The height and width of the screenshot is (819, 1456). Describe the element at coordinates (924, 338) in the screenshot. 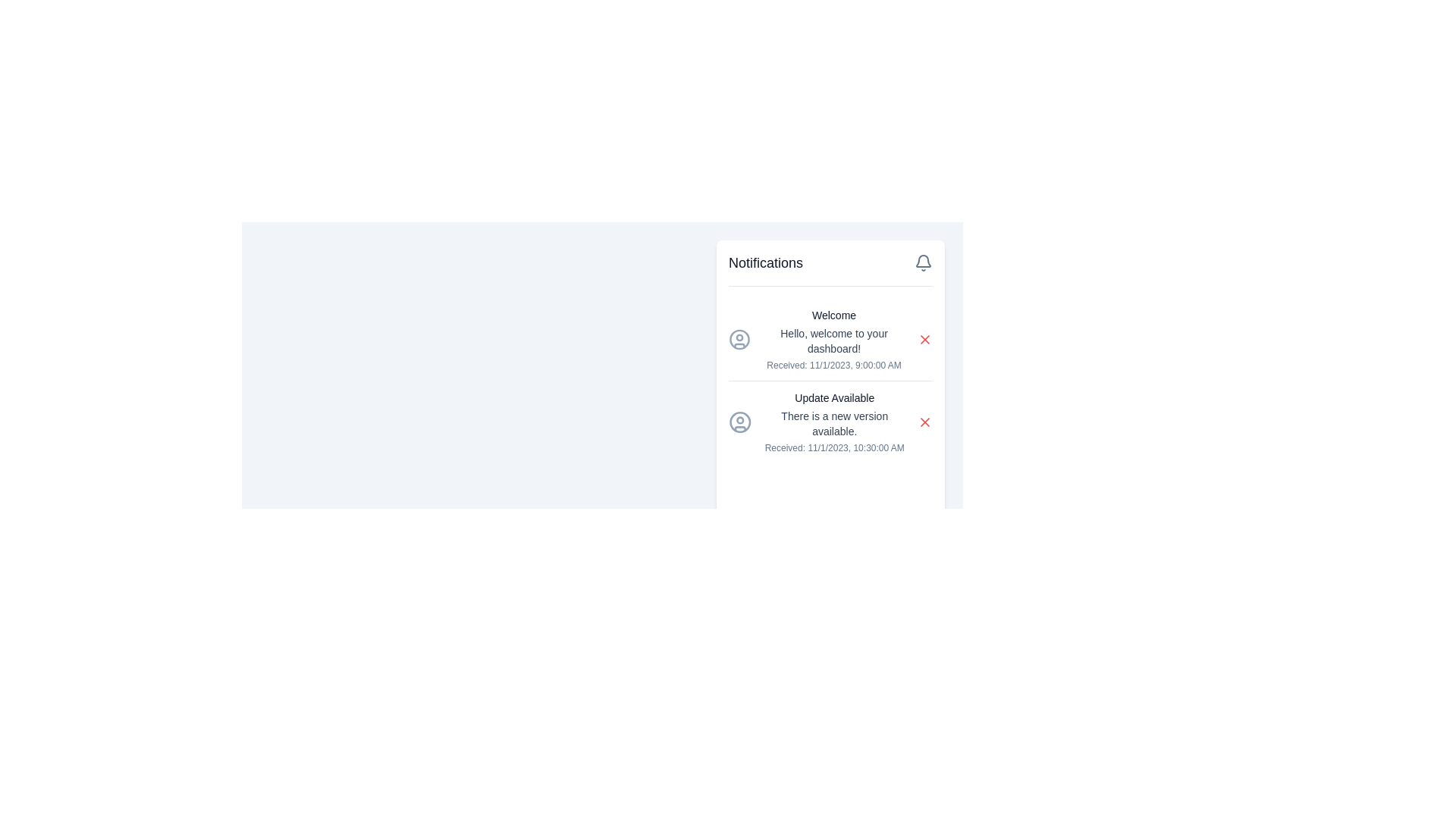

I see `the red cross icon` at that location.